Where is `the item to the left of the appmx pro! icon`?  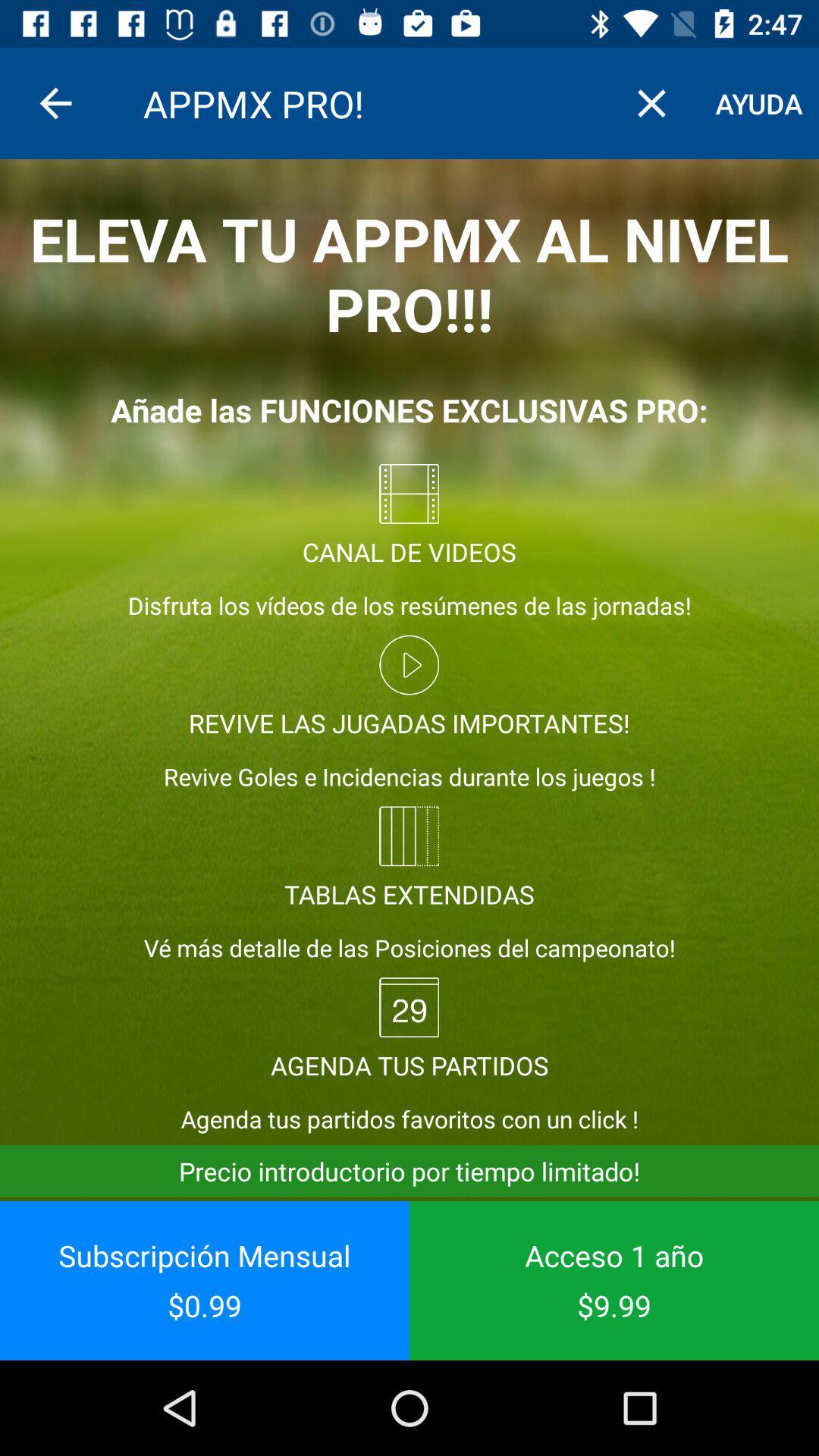 the item to the left of the appmx pro! icon is located at coordinates (55, 102).